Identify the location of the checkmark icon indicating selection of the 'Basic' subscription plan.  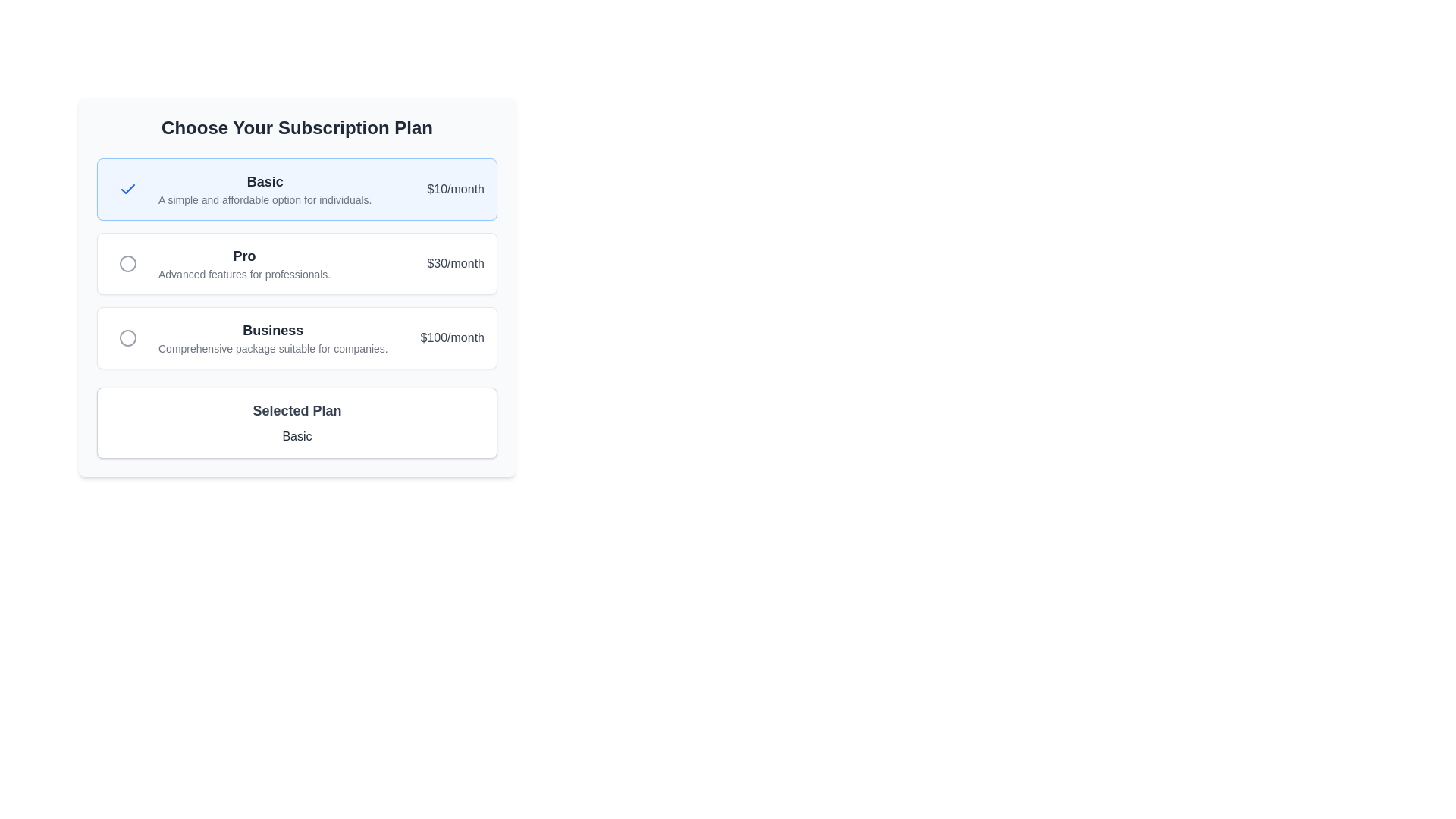
(127, 188).